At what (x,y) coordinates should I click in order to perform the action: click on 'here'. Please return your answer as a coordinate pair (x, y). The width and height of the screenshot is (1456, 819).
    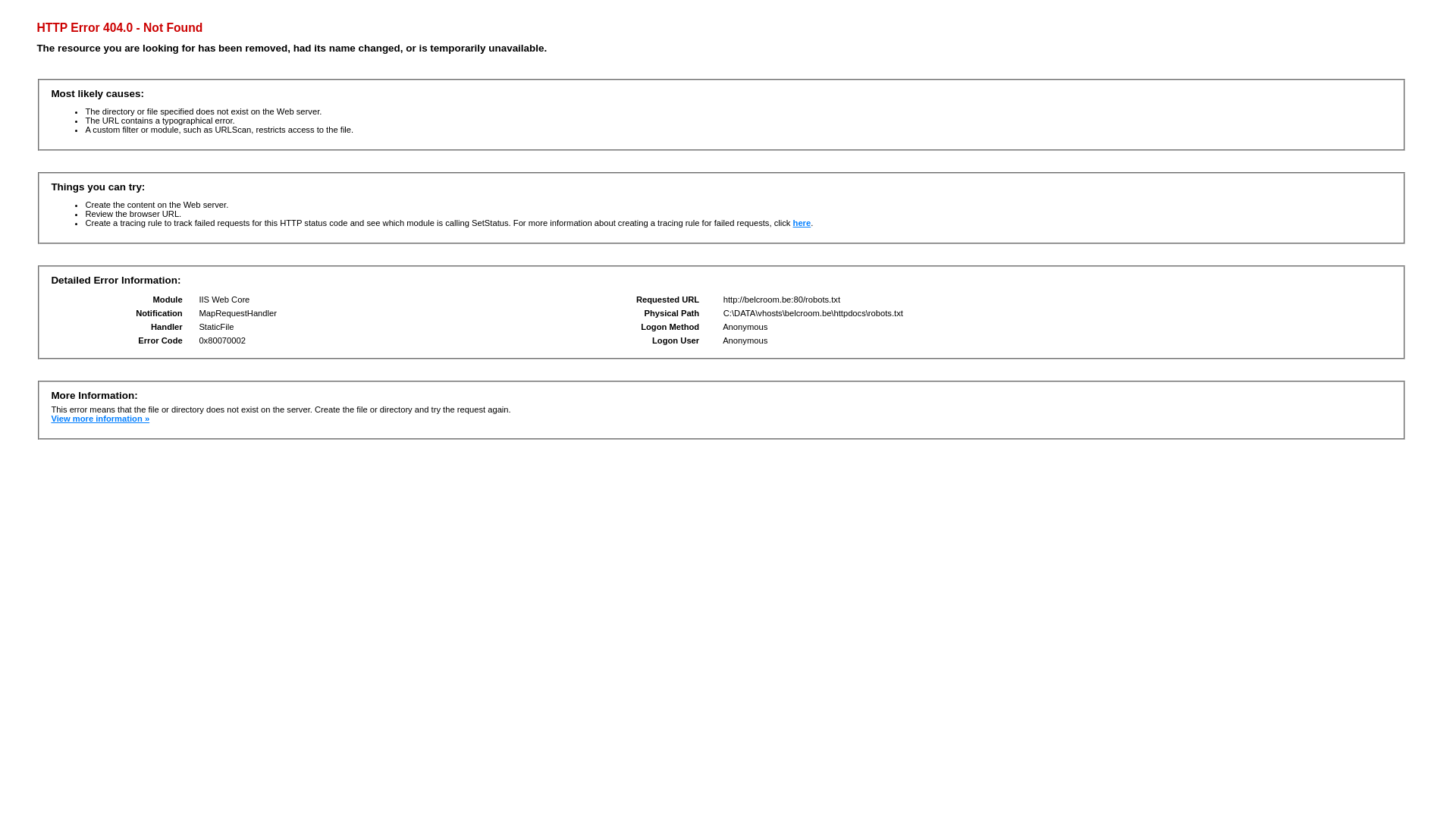
    Looking at the image, I should click on (801, 222).